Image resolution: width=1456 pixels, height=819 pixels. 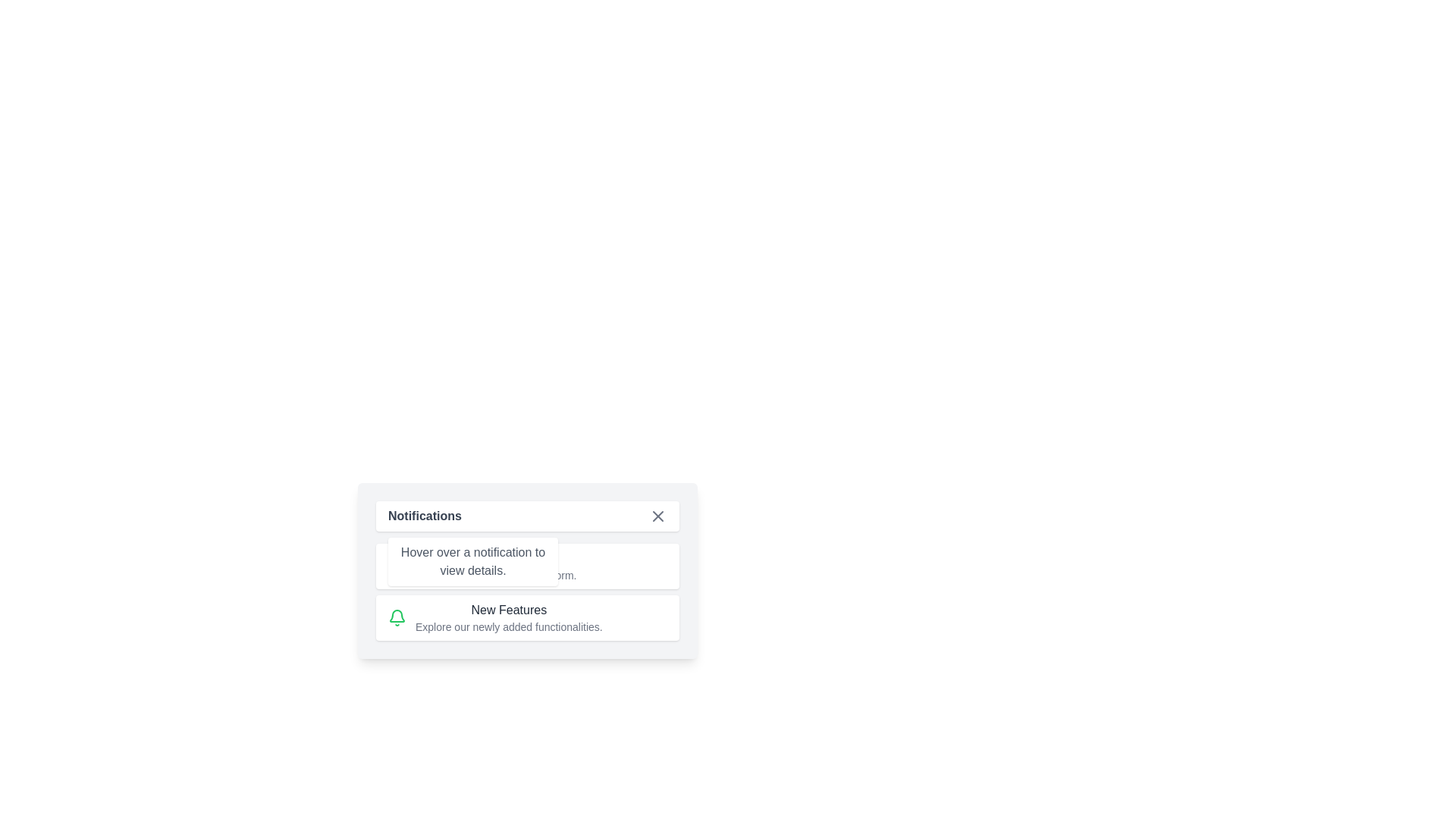 I want to click on the details of the second Notification Card in the Notifications section, which provides information about new features available within the system, so click(x=528, y=591).